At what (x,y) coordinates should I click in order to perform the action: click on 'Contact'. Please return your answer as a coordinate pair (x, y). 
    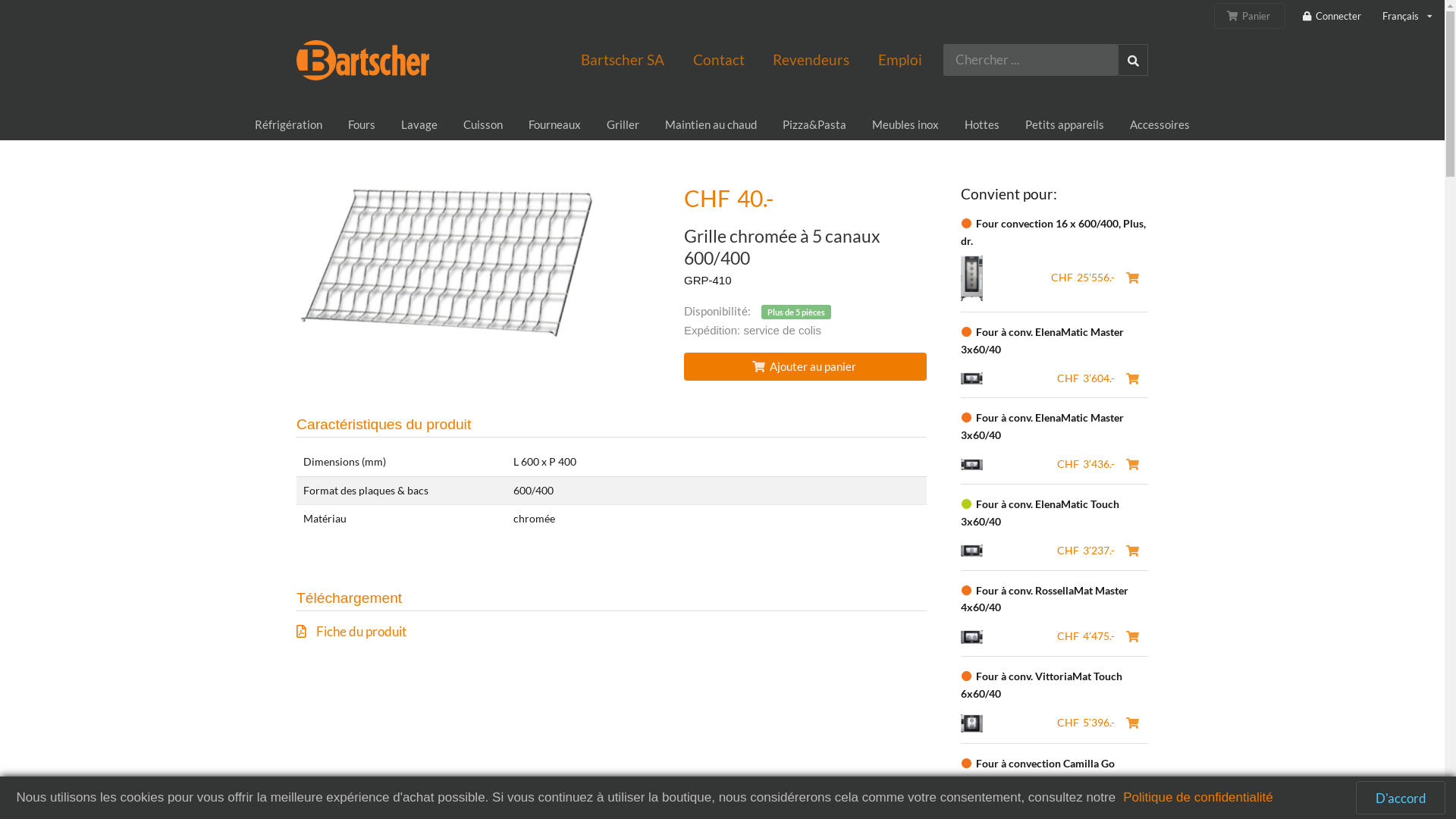
    Looking at the image, I should click on (677, 58).